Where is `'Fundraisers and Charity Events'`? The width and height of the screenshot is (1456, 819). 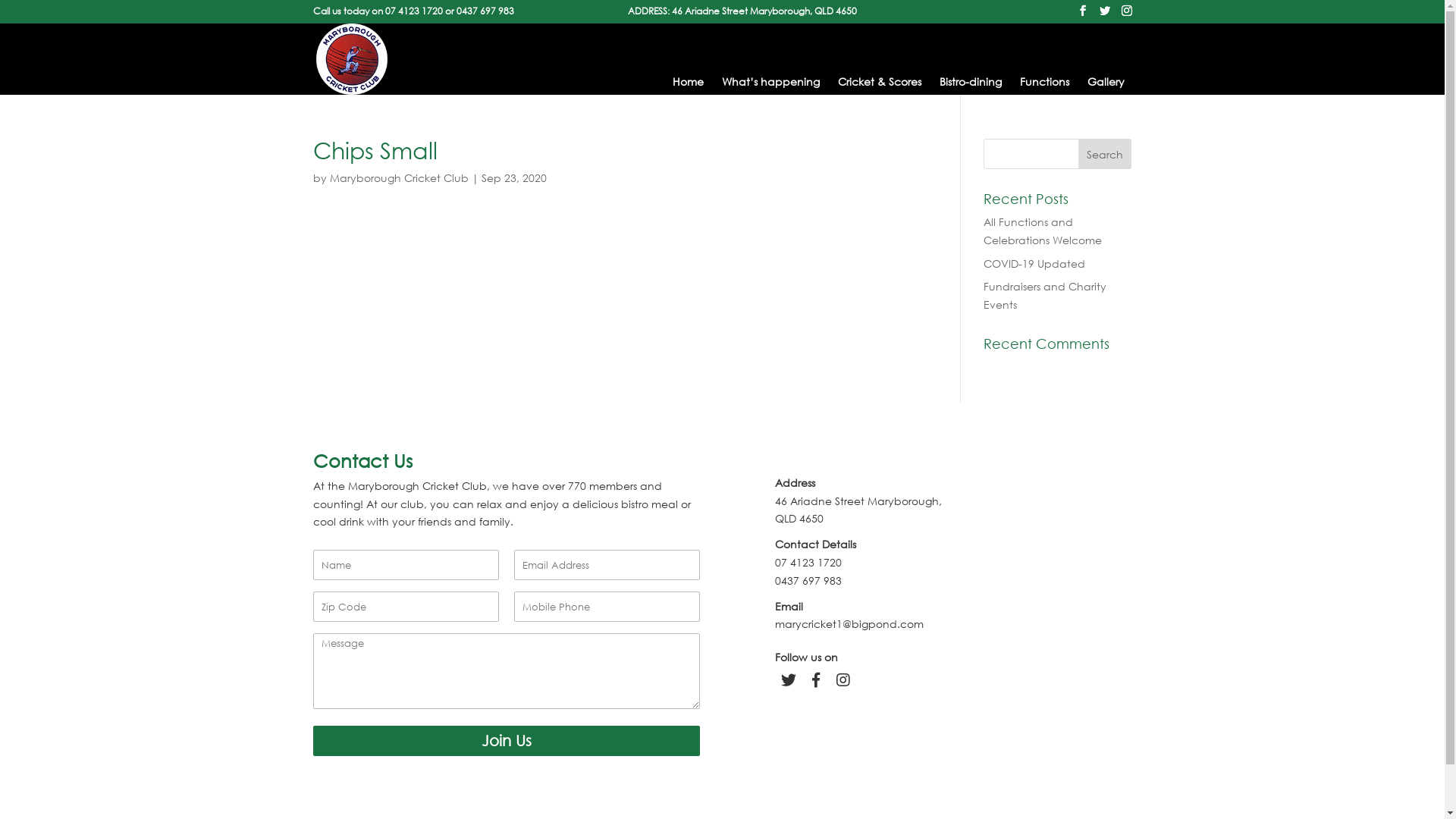 'Fundraisers and Charity Events' is located at coordinates (1043, 295).